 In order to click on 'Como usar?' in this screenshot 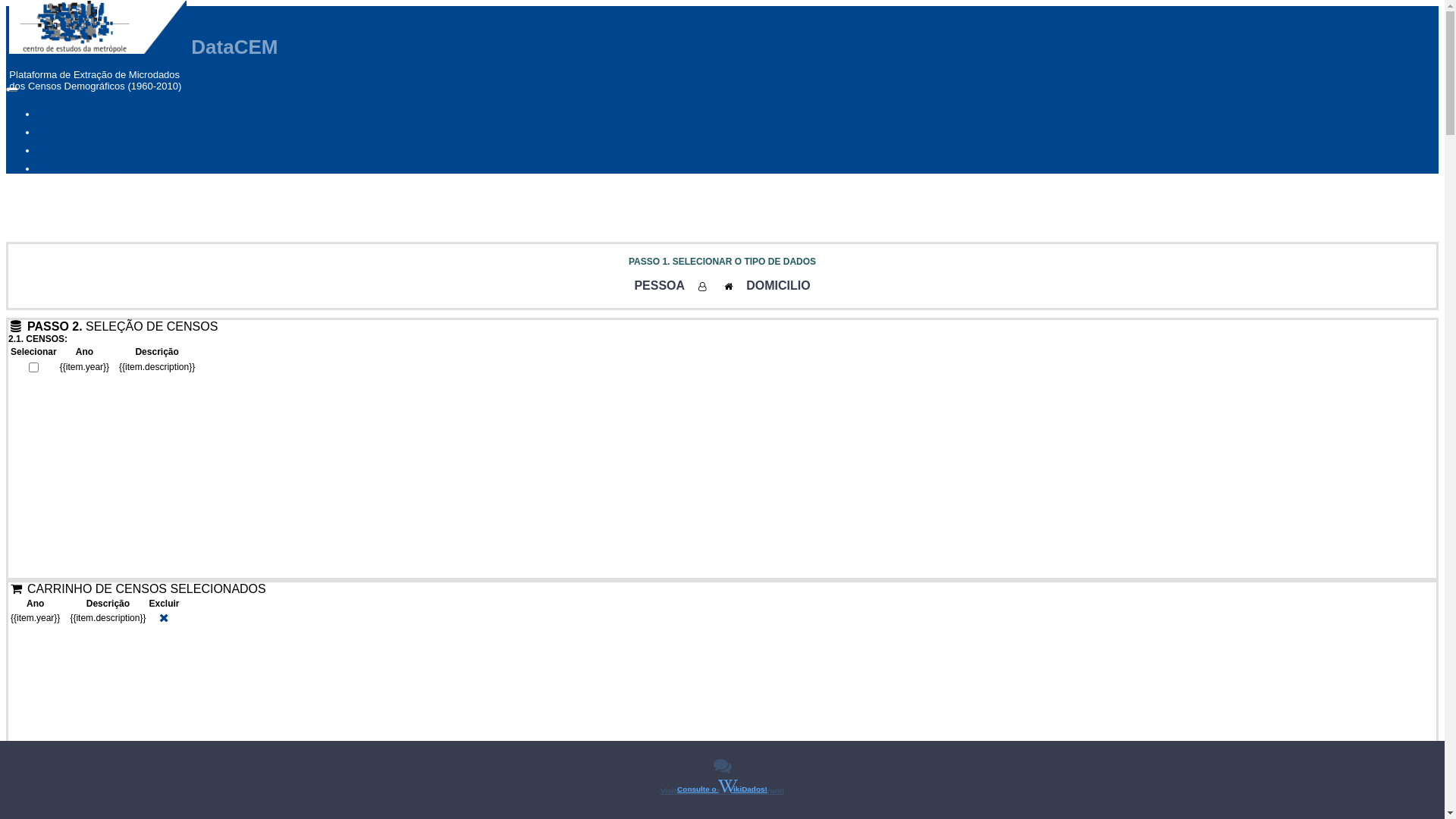, I will do `click(69, 113)`.